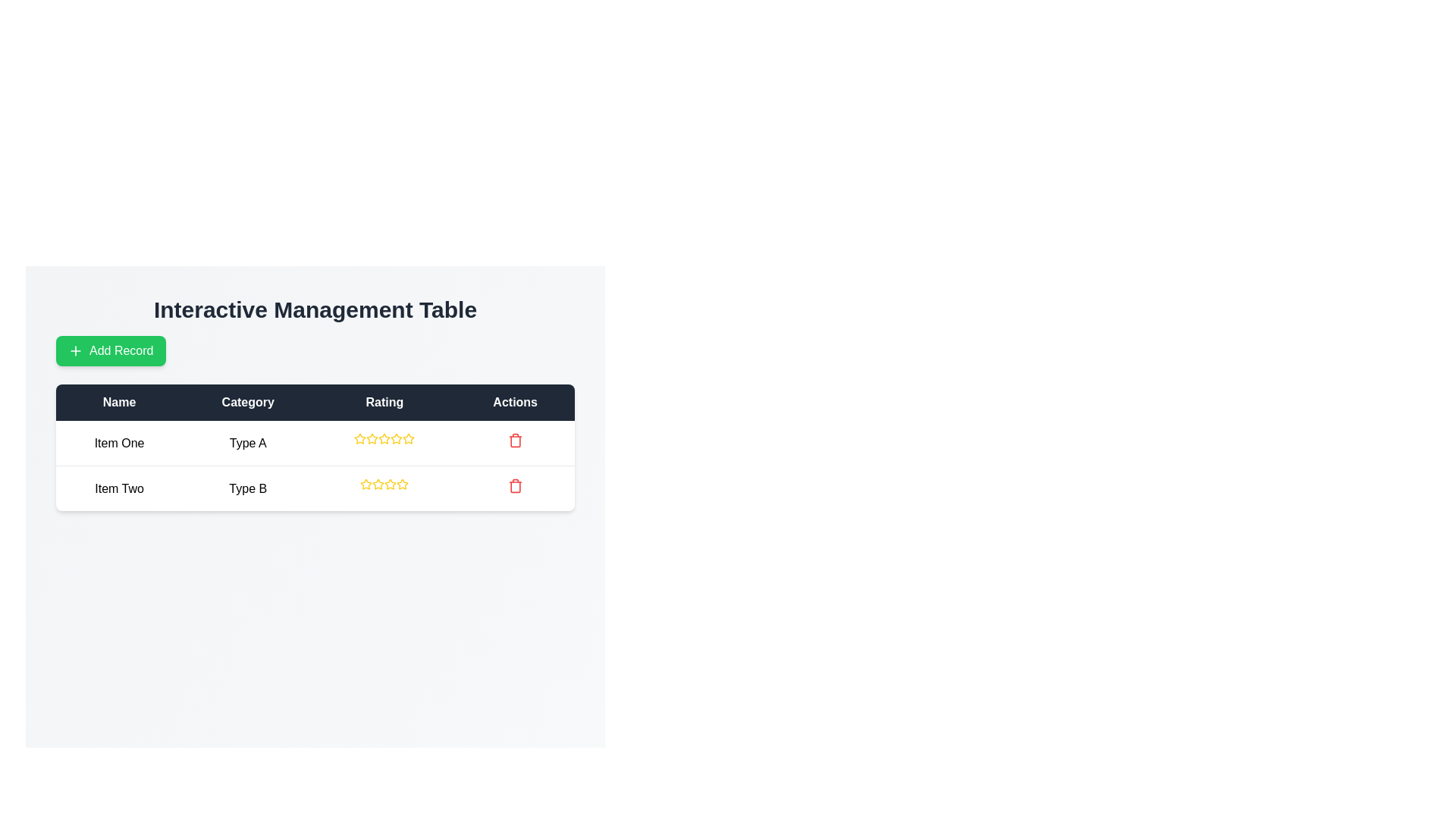 Image resolution: width=1456 pixels, height=819 pixels. Describe the element at coordinates (315, 442) in the screenshot. I see `the first row of the 'Interactive Management Table' that displays detailed information about 'Item One of Type A' for inline editing` at that location.